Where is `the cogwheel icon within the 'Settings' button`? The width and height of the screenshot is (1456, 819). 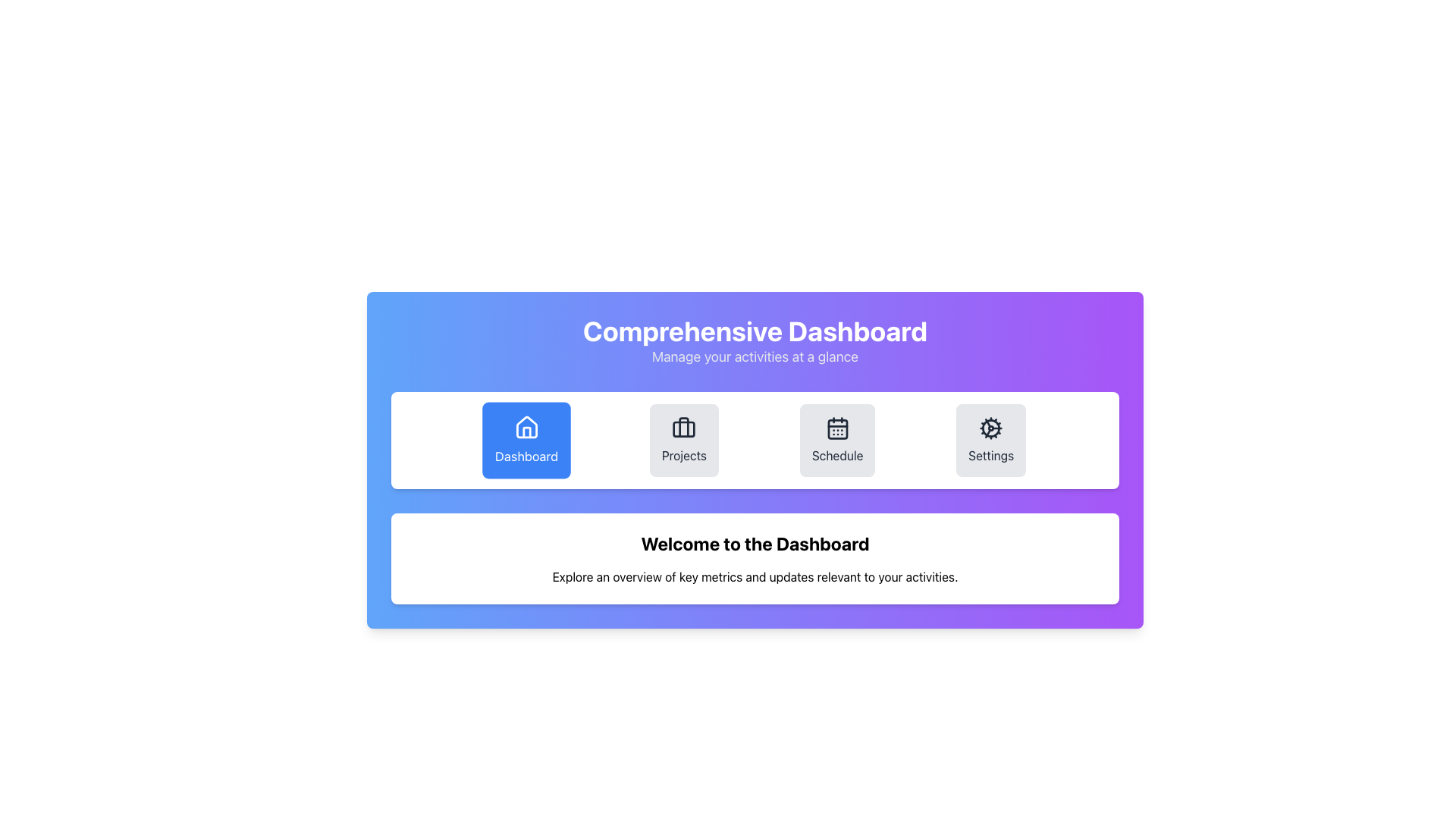 the cogwheel icon within the 'Settings' button is located at coordinates (991, 428).